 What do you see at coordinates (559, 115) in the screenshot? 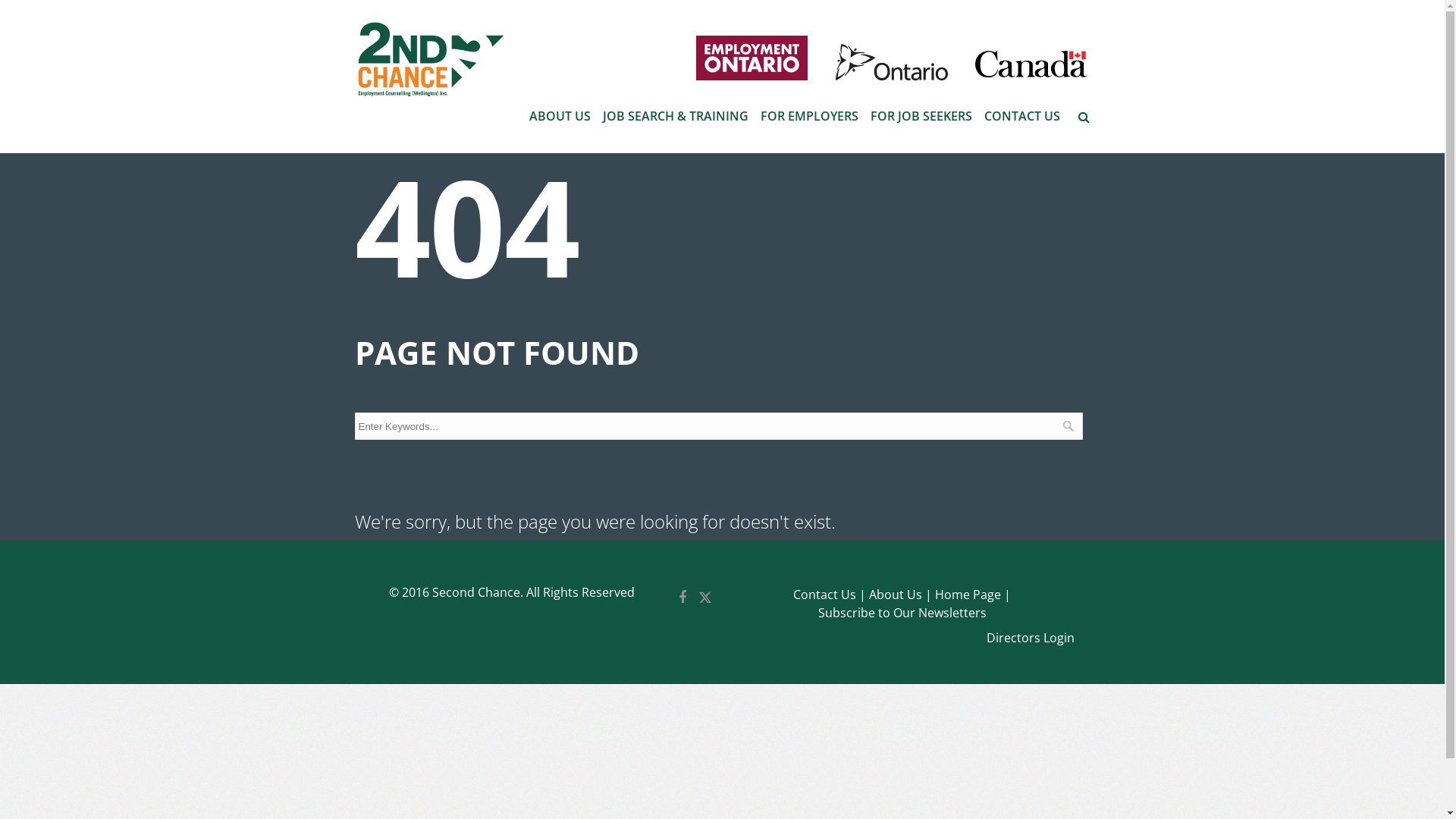
I see `'ABOUT US'` at bounding box center [559, 115].